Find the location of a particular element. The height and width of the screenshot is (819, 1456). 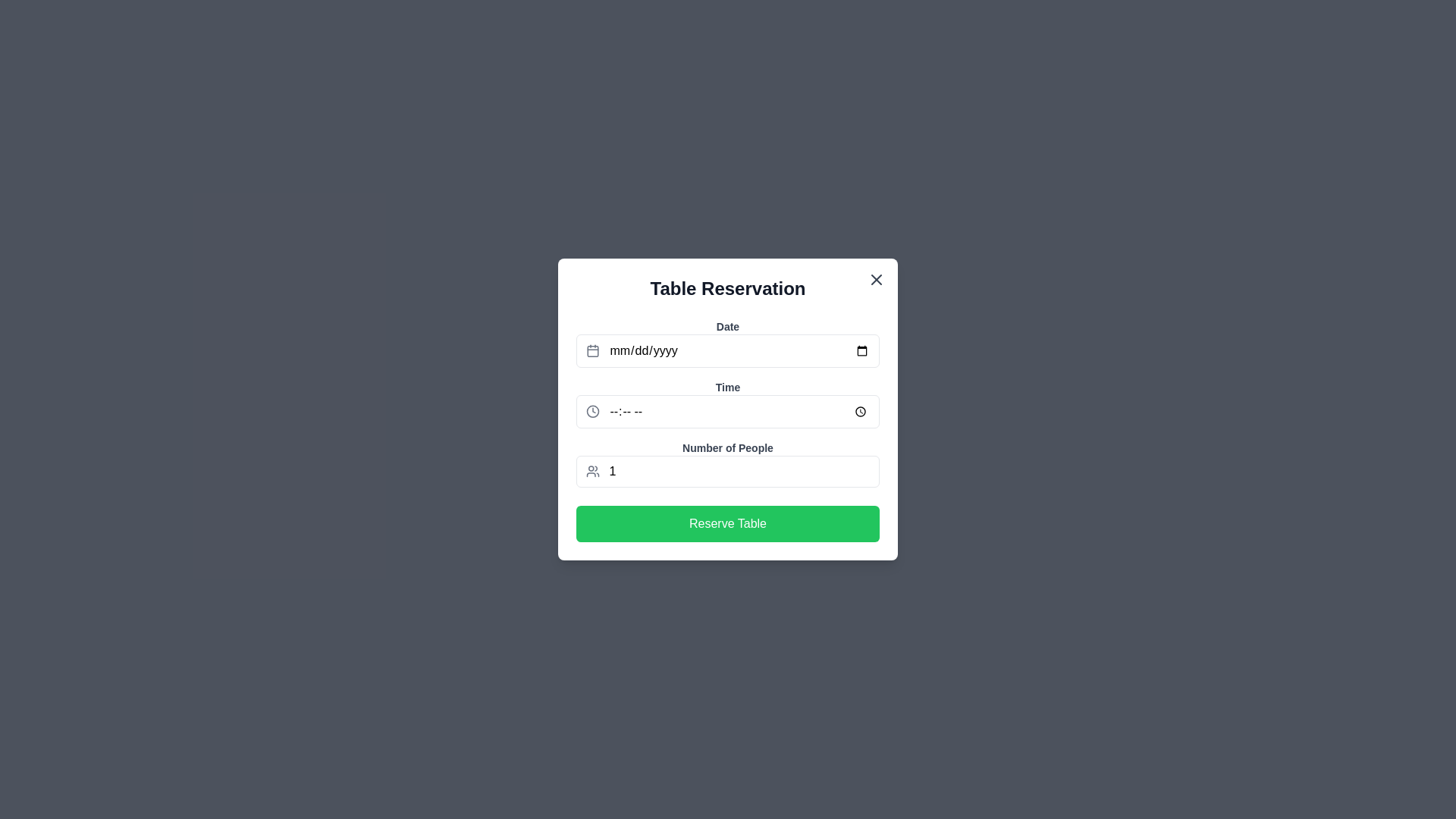

the graphical decoration element that serves as the primary visual structure of the calendar icon in the Table Reservation interface is located at coordinates (592, 351).